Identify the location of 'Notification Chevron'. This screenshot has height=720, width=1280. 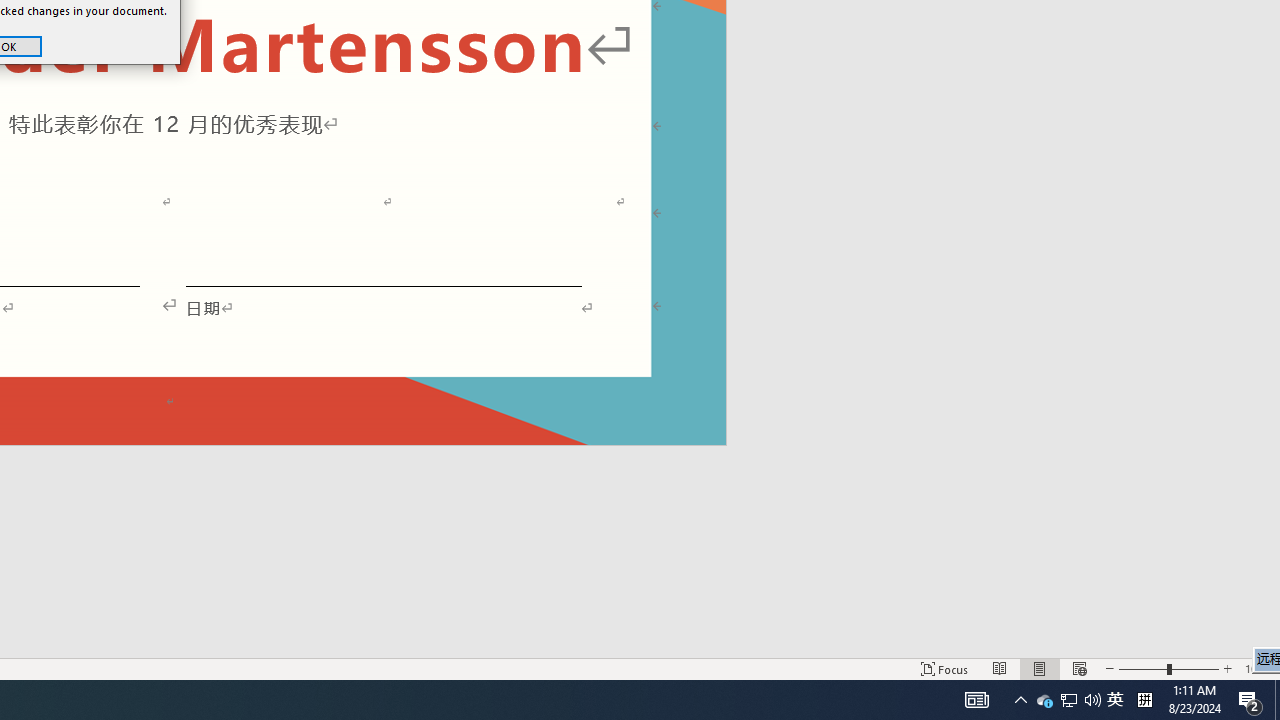
(1020, 698).